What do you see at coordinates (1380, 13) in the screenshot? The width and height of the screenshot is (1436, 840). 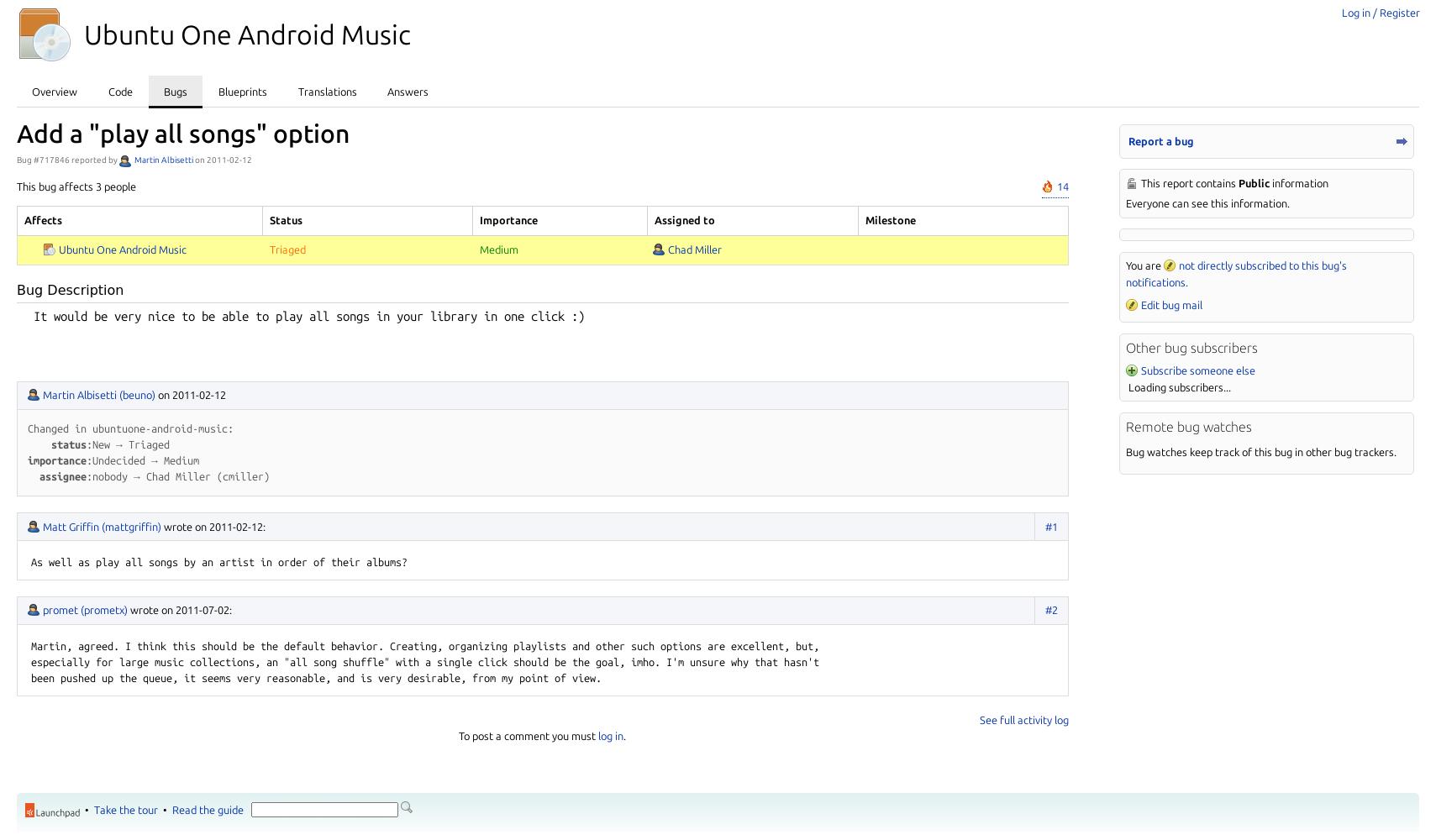 I see `'Log in / Register'` at bounding box center [1380, 13].